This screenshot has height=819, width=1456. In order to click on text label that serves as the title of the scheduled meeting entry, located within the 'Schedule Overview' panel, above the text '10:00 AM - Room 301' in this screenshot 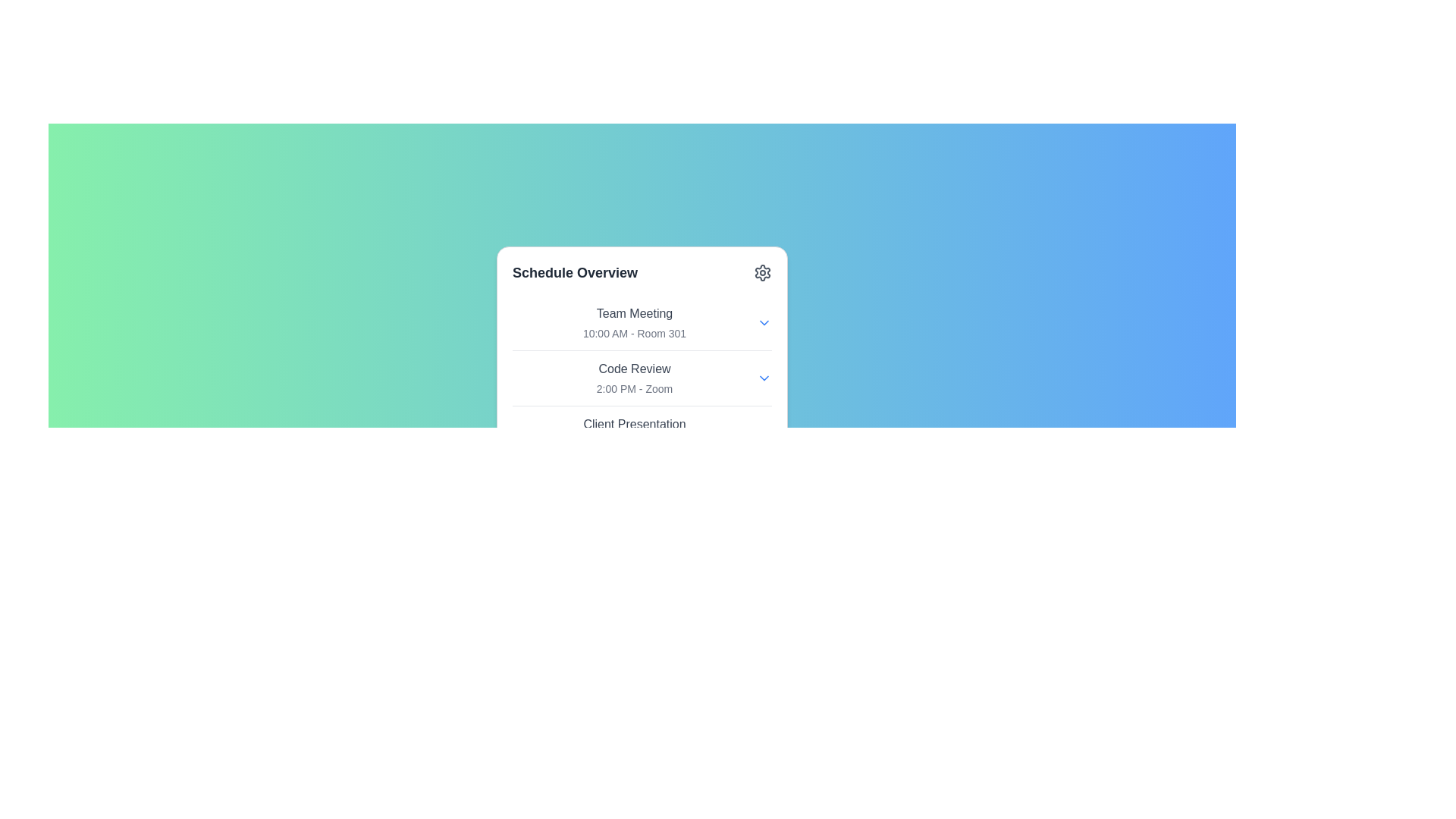, I will do `click(634, 312)`.